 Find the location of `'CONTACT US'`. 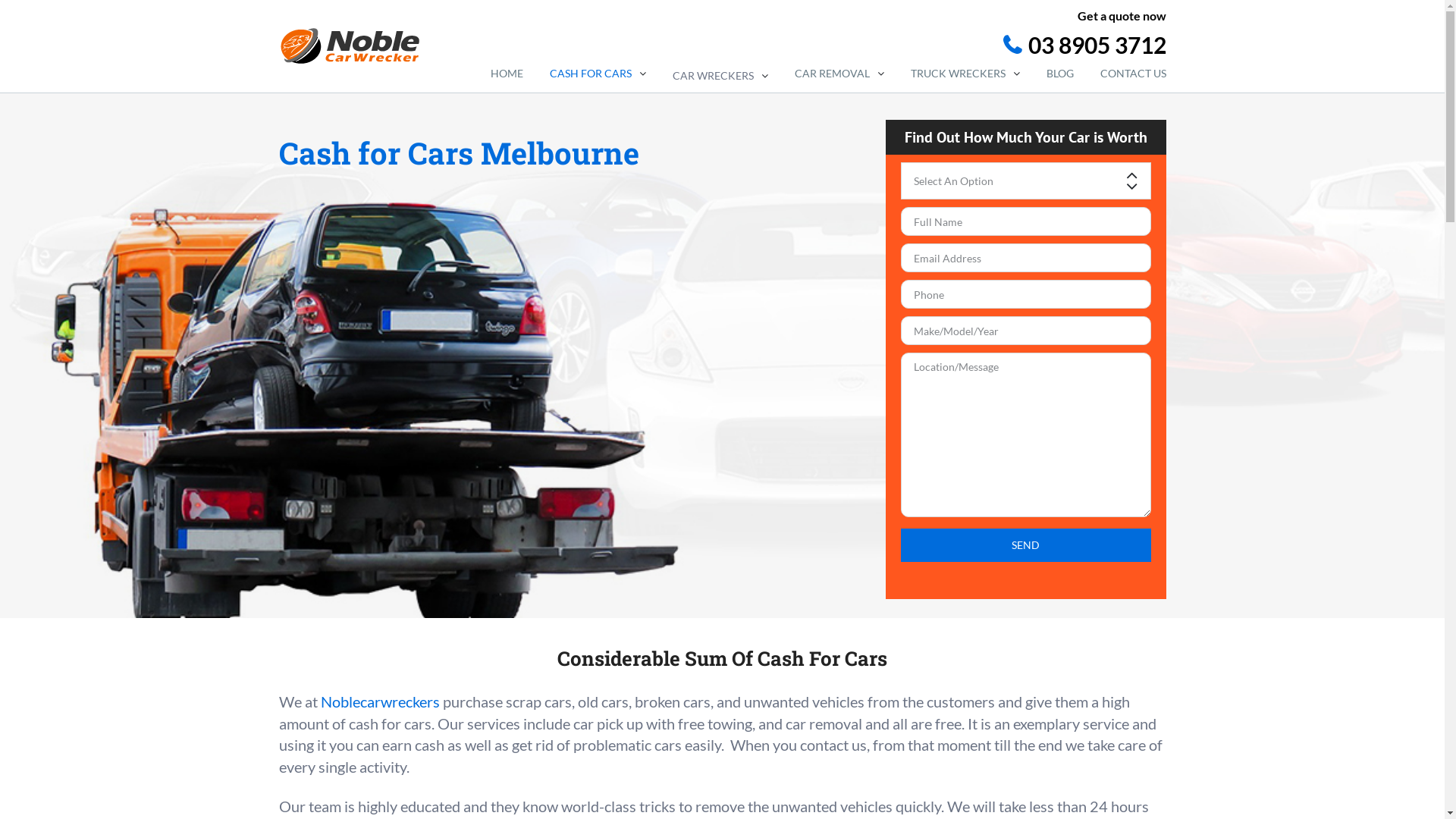

'CONTACT US' is located at coordinates (1099, 73).